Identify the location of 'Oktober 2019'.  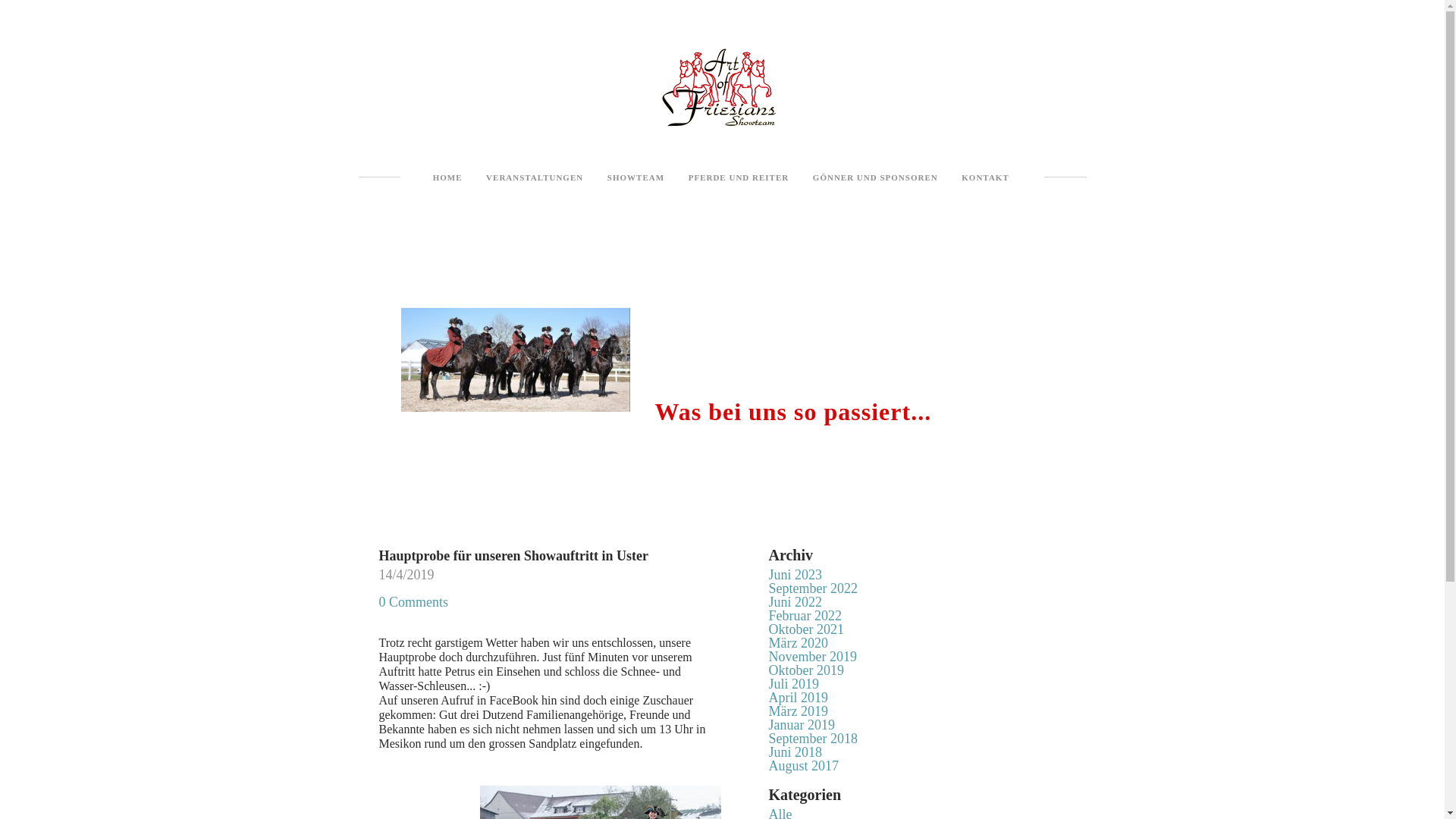
(805, 669).